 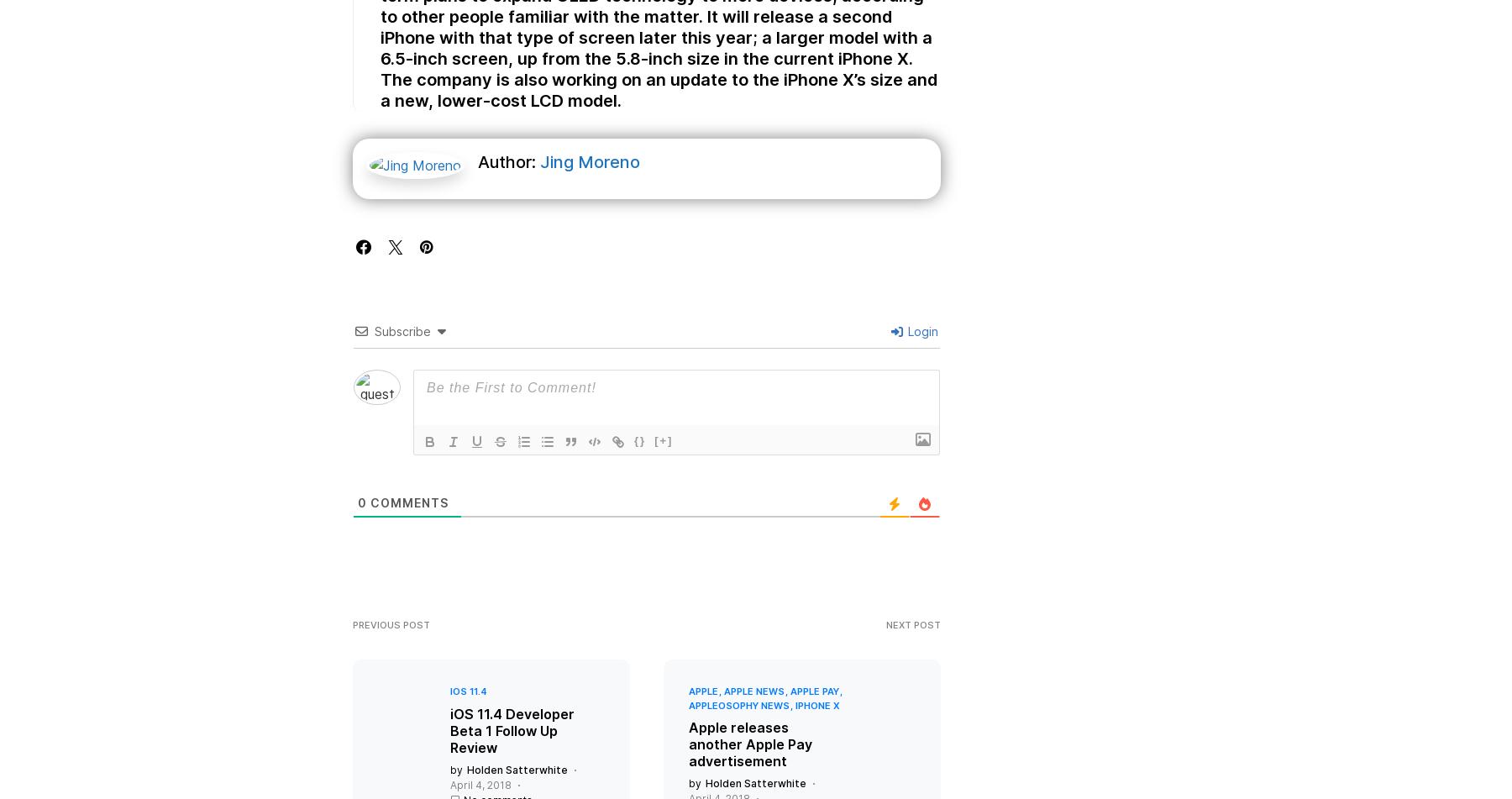 I want to click on '0', so click(x=362, y=518).